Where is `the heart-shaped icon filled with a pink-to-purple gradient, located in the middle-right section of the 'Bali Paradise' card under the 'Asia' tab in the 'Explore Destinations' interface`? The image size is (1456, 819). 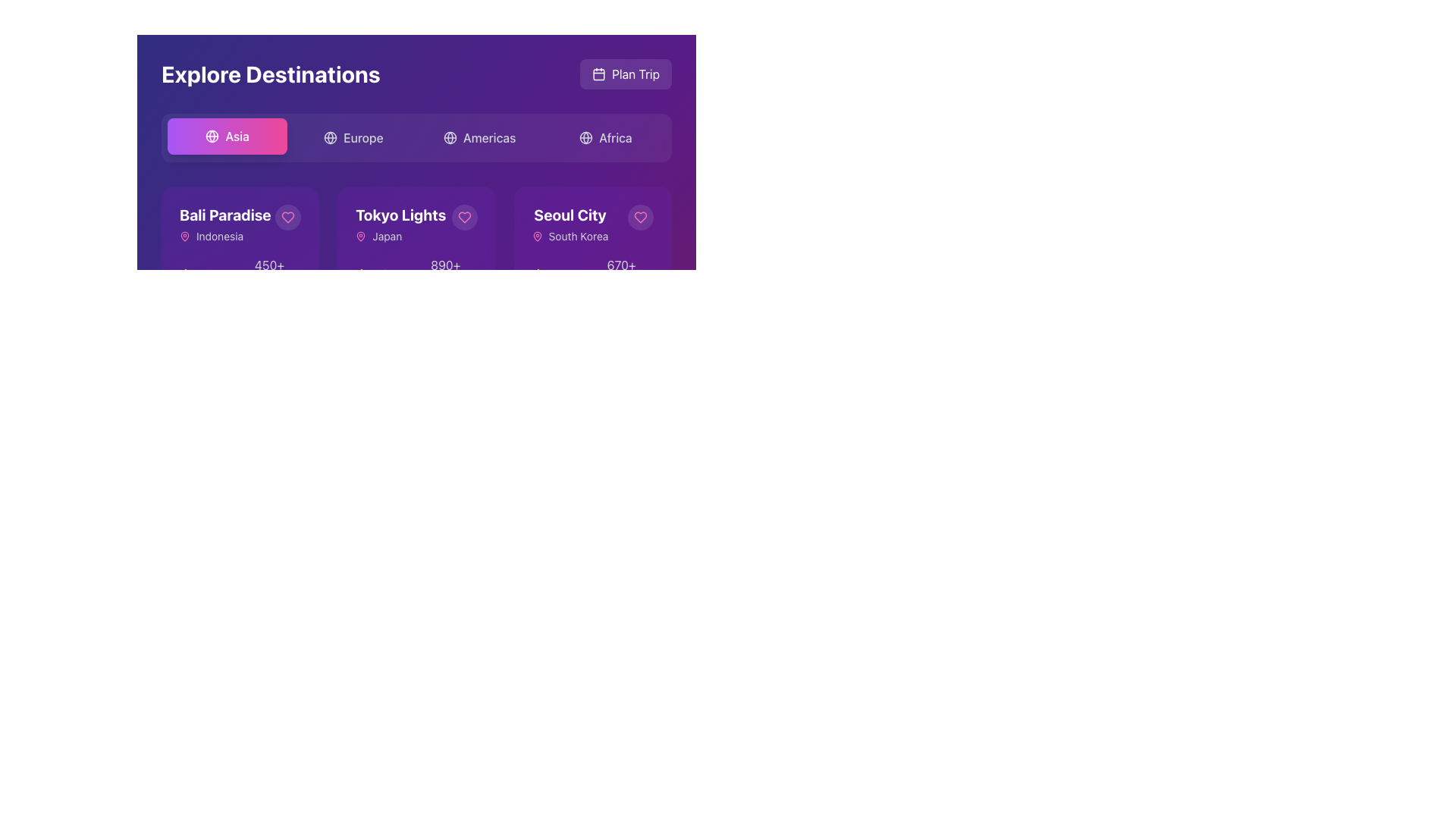 the heart-shaped icon filled with a pink-to-purple gradient, located in the middle-right section of the 'Bali Paradise' card under the 'Asia' tab in the 'Explore Destinations' interface is located at coordinates (288, 217).